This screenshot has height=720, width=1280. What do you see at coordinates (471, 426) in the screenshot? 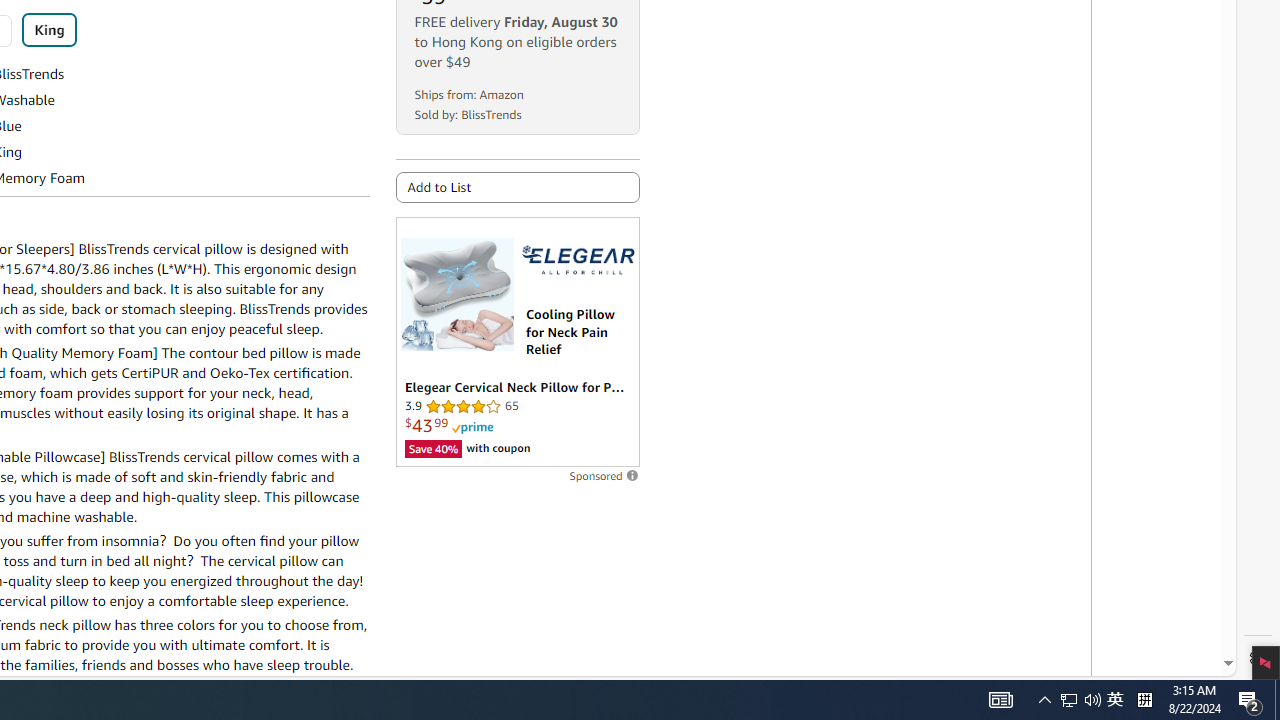
I see `'Prime'` at bounding box center [471, 426].